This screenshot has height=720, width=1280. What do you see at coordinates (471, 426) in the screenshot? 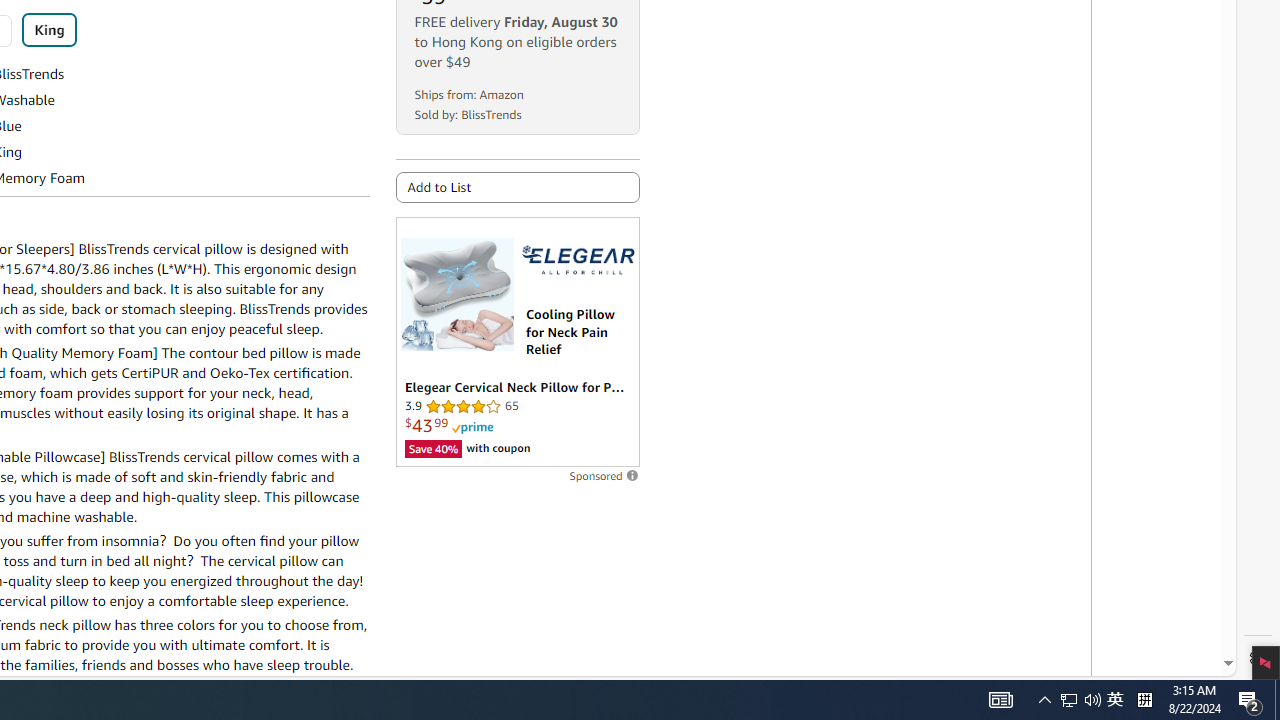
I see `'Prime'` at bounding box center [471, 426].